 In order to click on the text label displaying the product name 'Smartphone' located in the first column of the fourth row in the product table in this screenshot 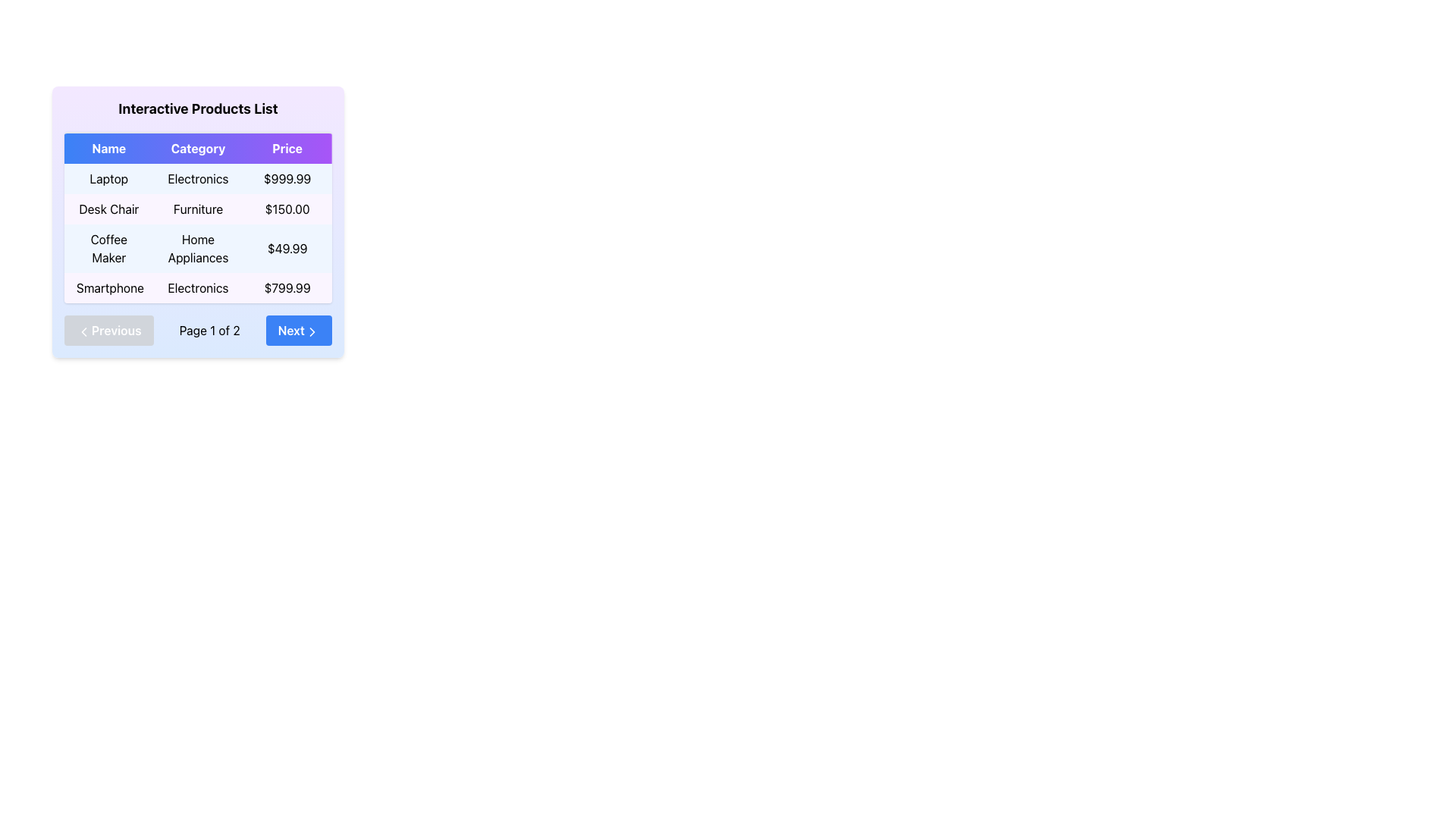, I will do `click(108, 288)`.